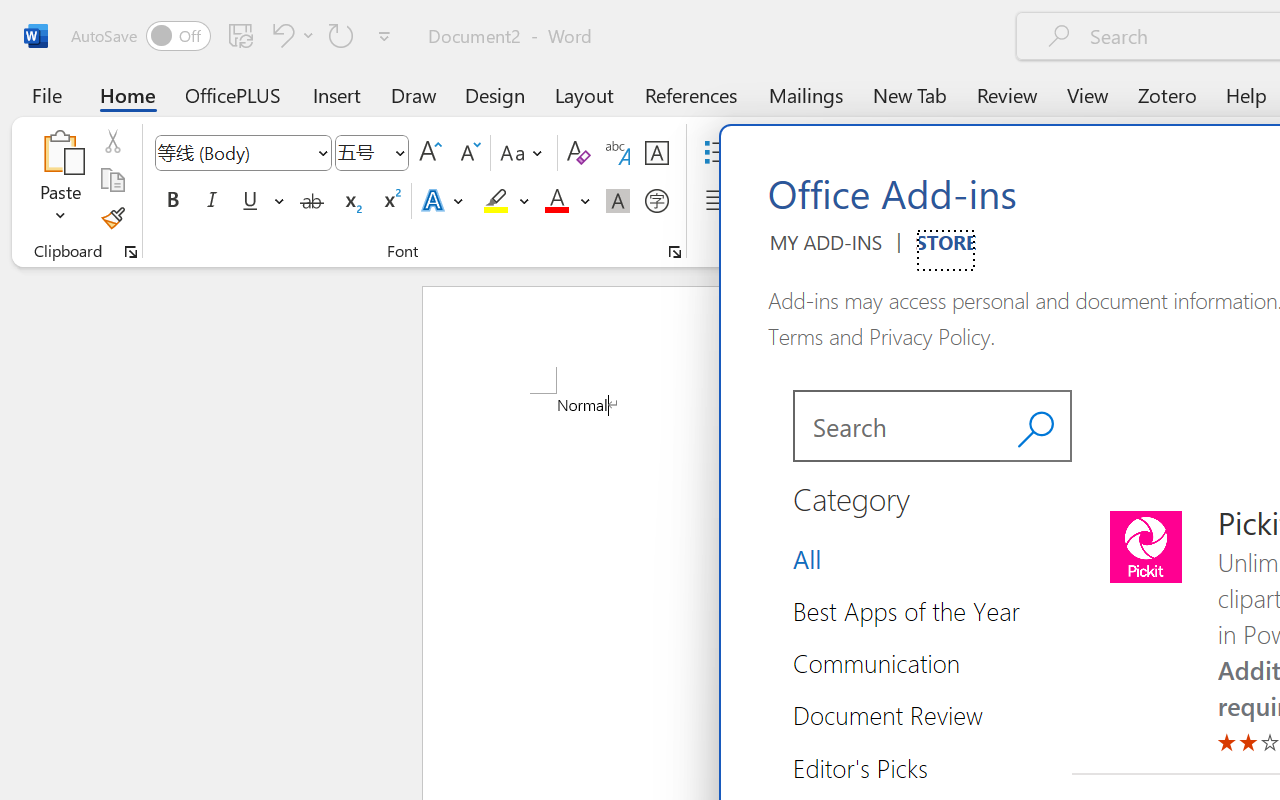  I want to click on 'Text Highlight Color Yellow', so click(496, 201).